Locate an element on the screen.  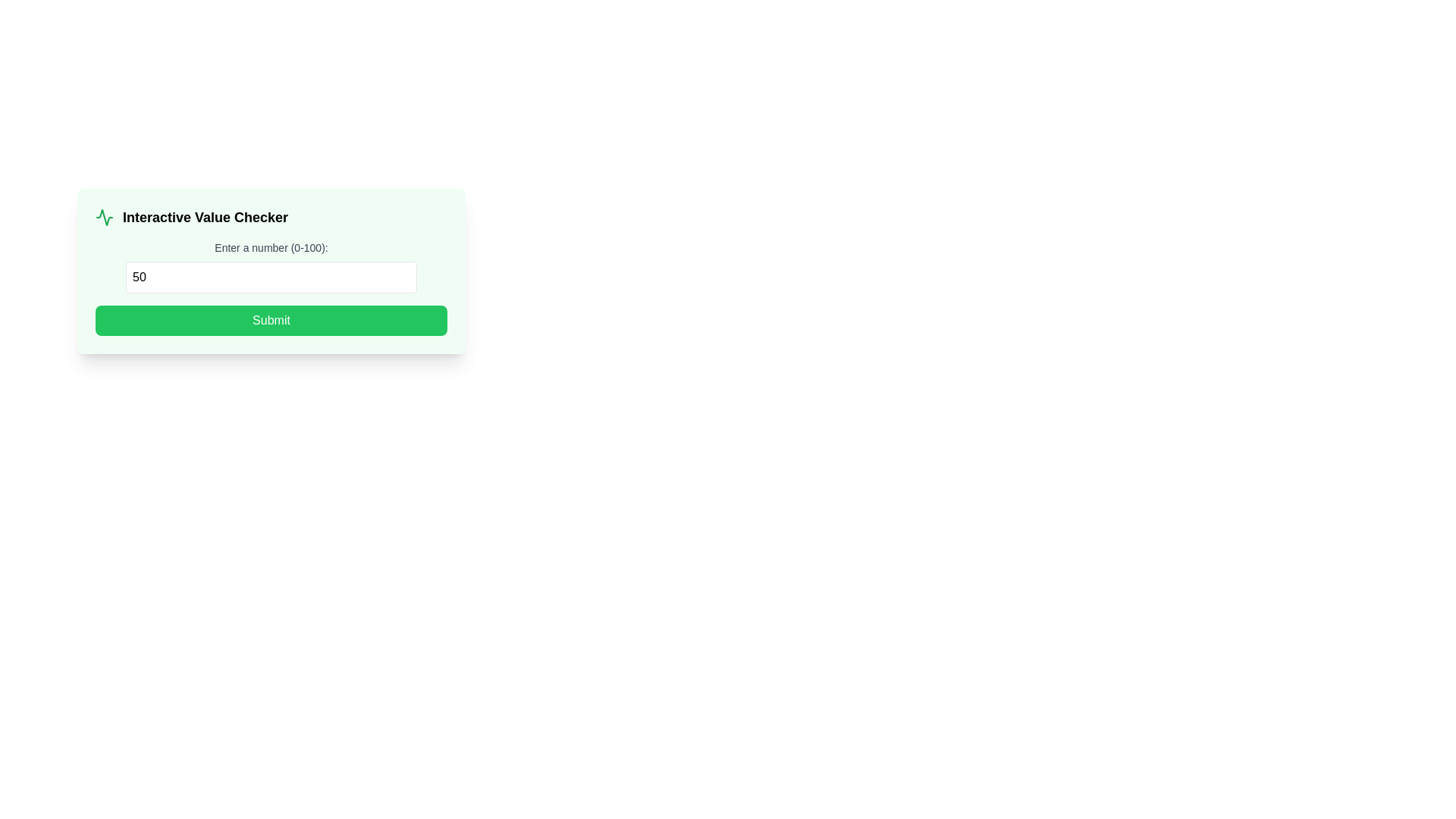
the green outline icon representing an activity, which is located to the left of the text 'Interactive Value Checker' in the header area of the card-like component is located at coordinates (104, 217).